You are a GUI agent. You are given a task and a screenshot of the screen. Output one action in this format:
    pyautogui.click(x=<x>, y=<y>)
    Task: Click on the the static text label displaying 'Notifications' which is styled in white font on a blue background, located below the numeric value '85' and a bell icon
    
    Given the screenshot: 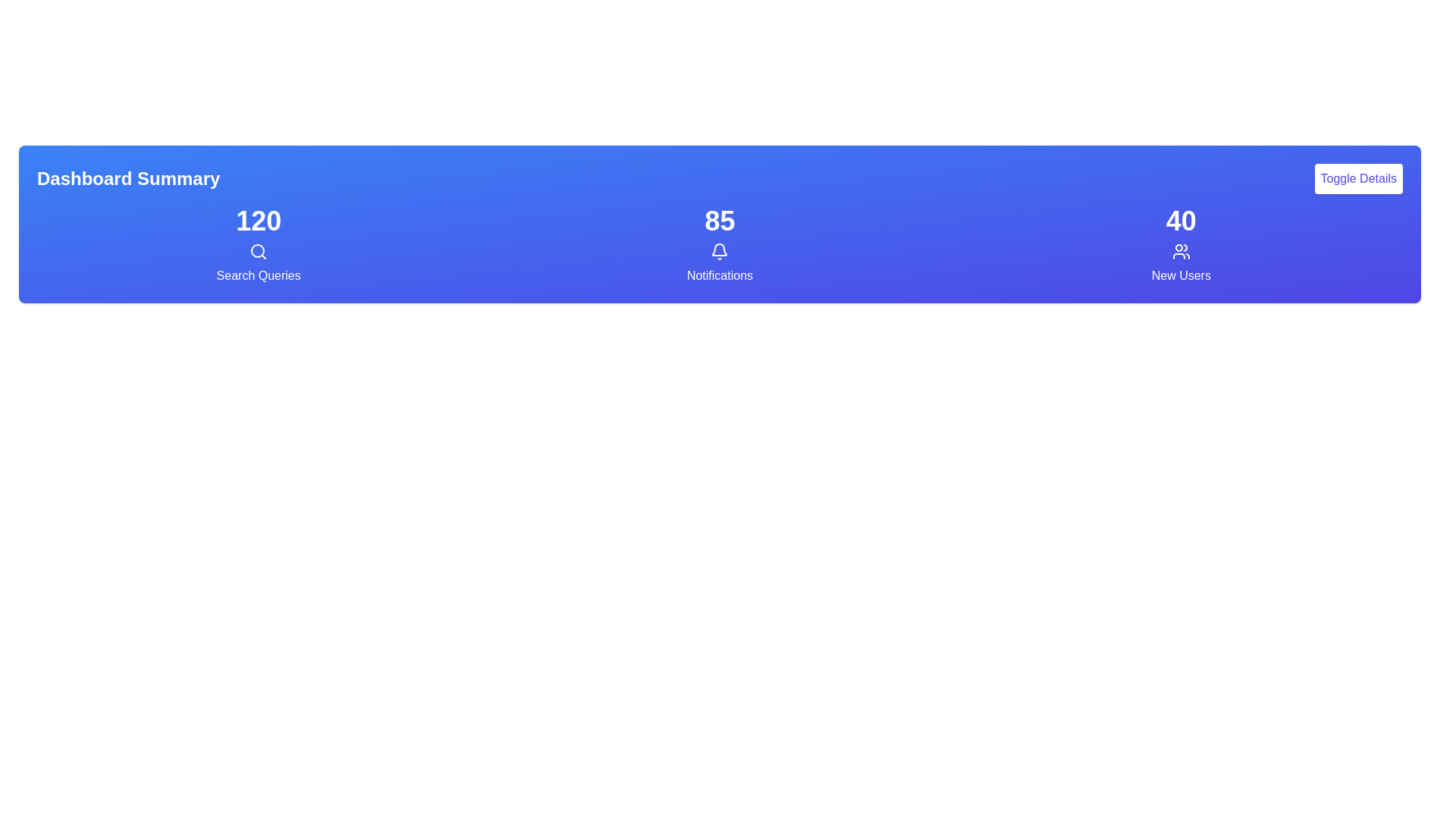 What is the action you would take?
    pyautogui.click(x=719, y=275)
    